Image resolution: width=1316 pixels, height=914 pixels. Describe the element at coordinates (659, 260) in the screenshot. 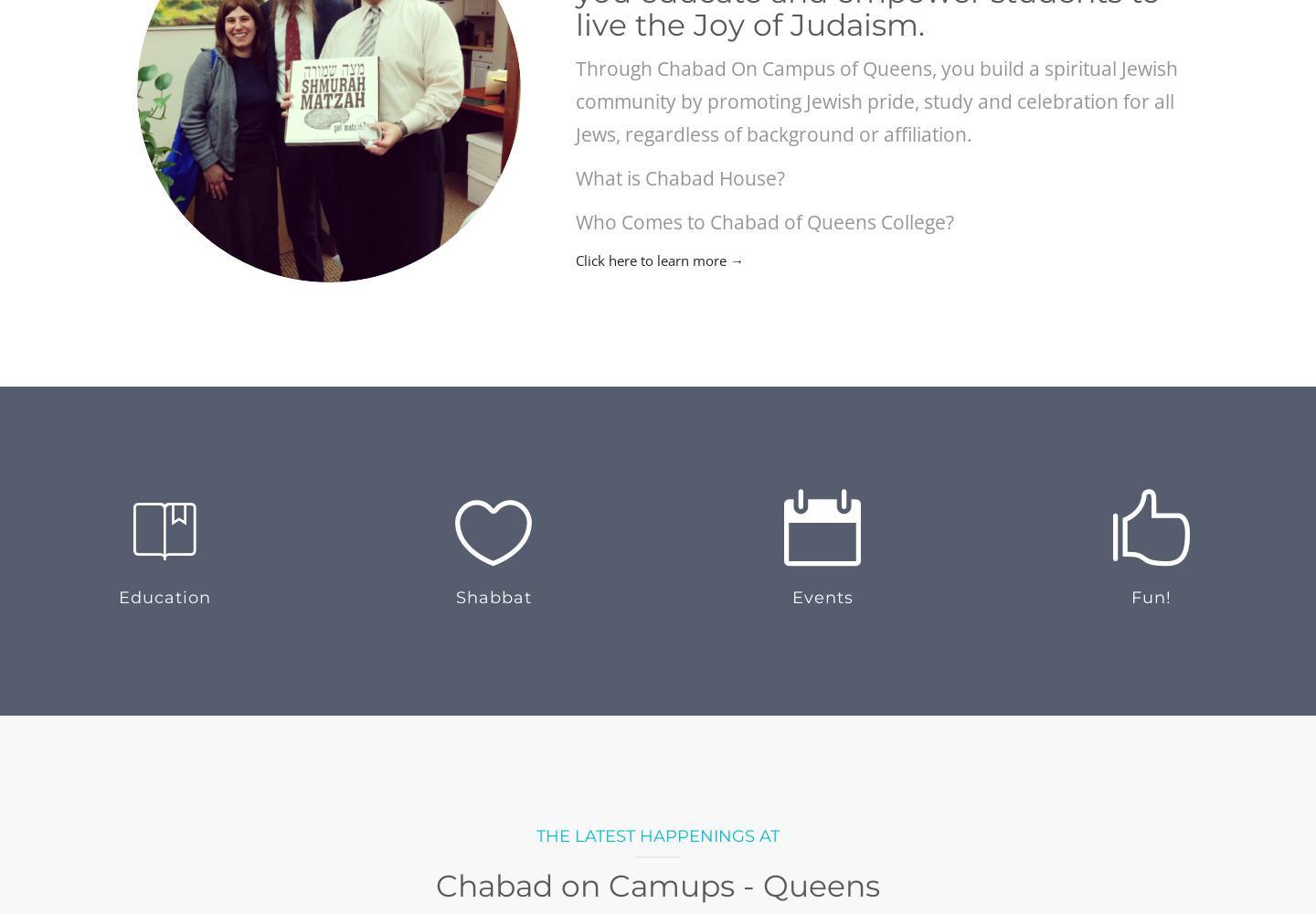

I see `'Click here to learn more →'` at that location.